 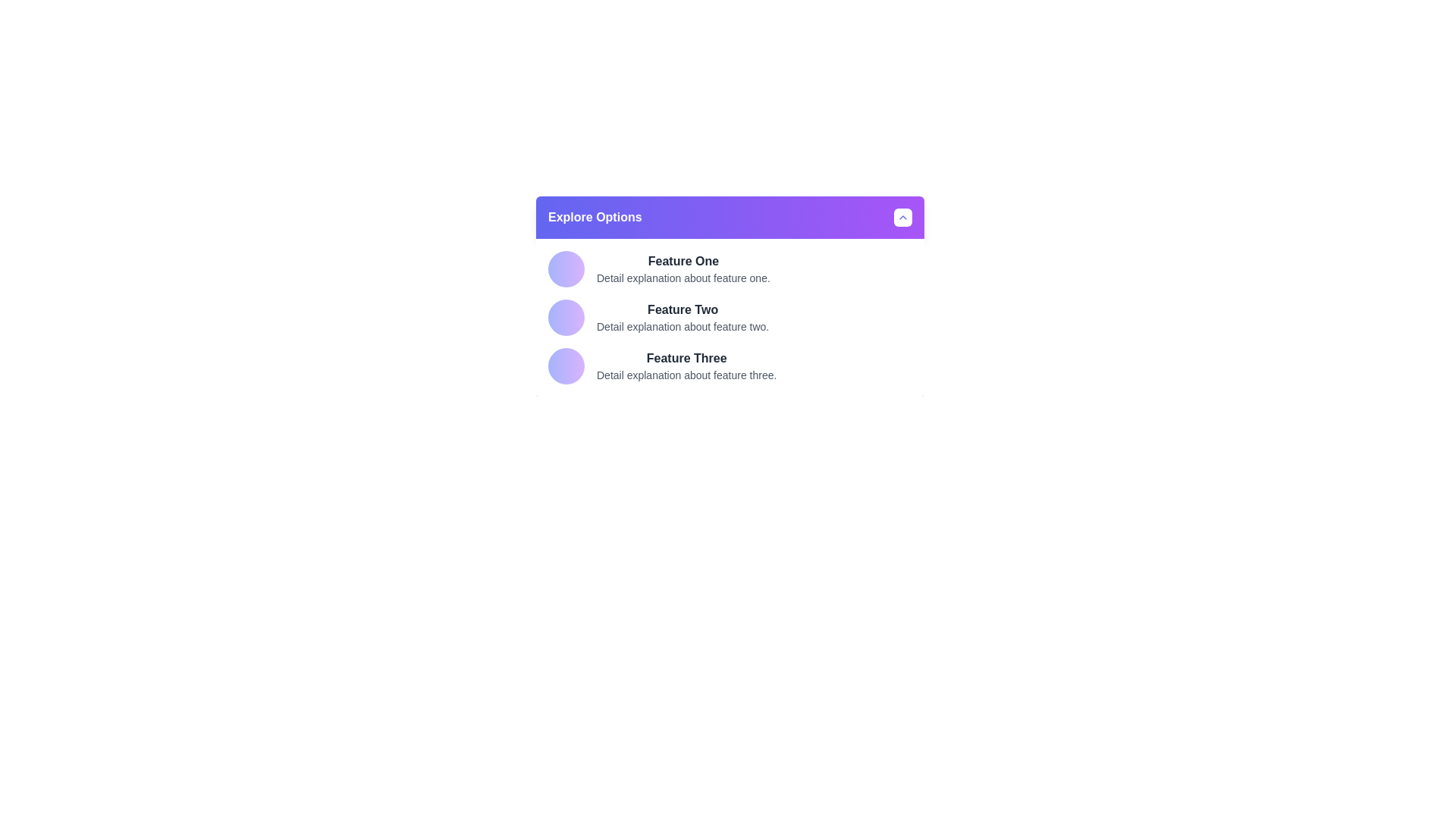 I want to click on descriptive information provided by the static text located below the 'Feature One' title, so click(x=682, y=278).